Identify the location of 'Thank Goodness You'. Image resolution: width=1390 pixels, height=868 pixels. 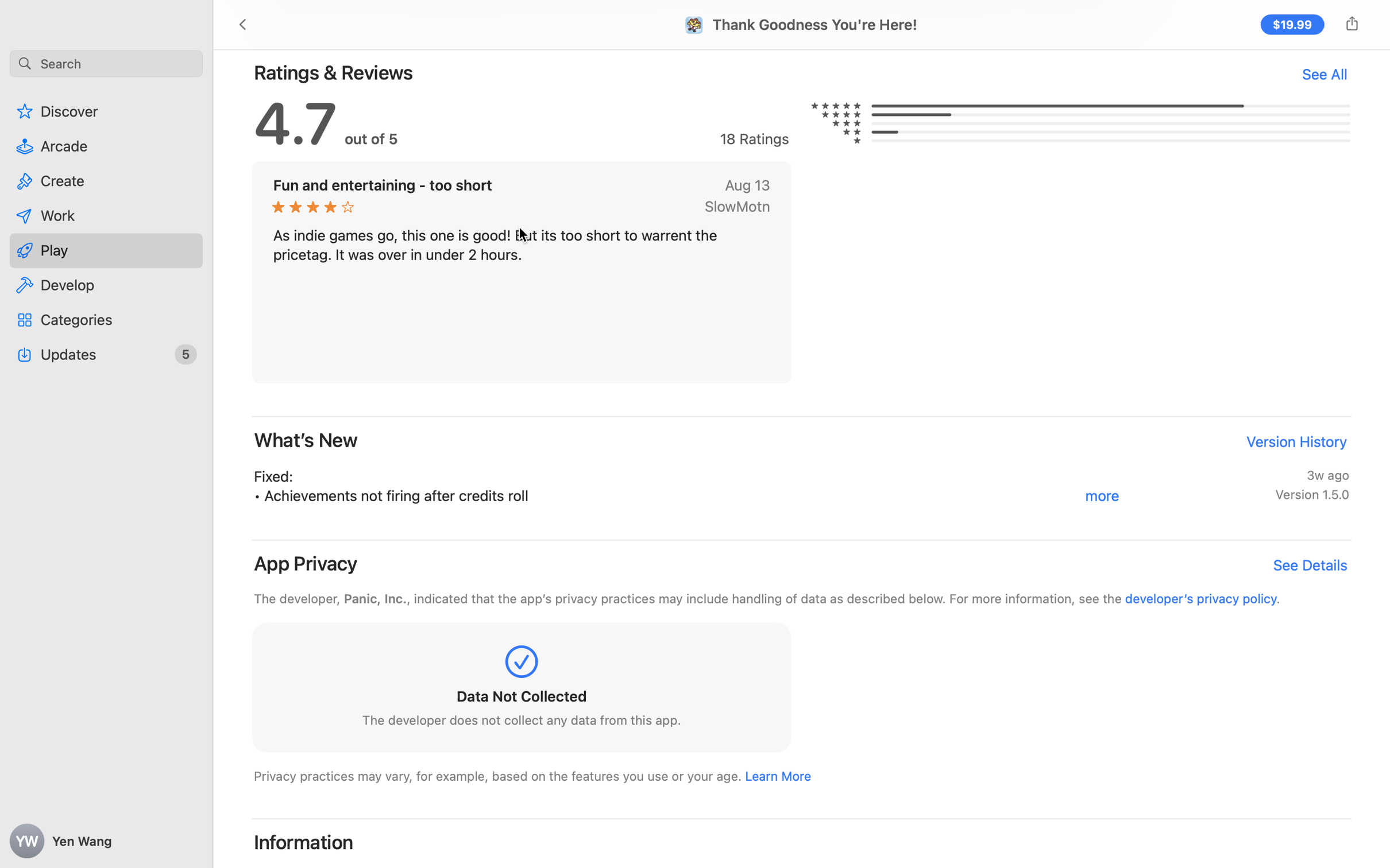
(814, 24).